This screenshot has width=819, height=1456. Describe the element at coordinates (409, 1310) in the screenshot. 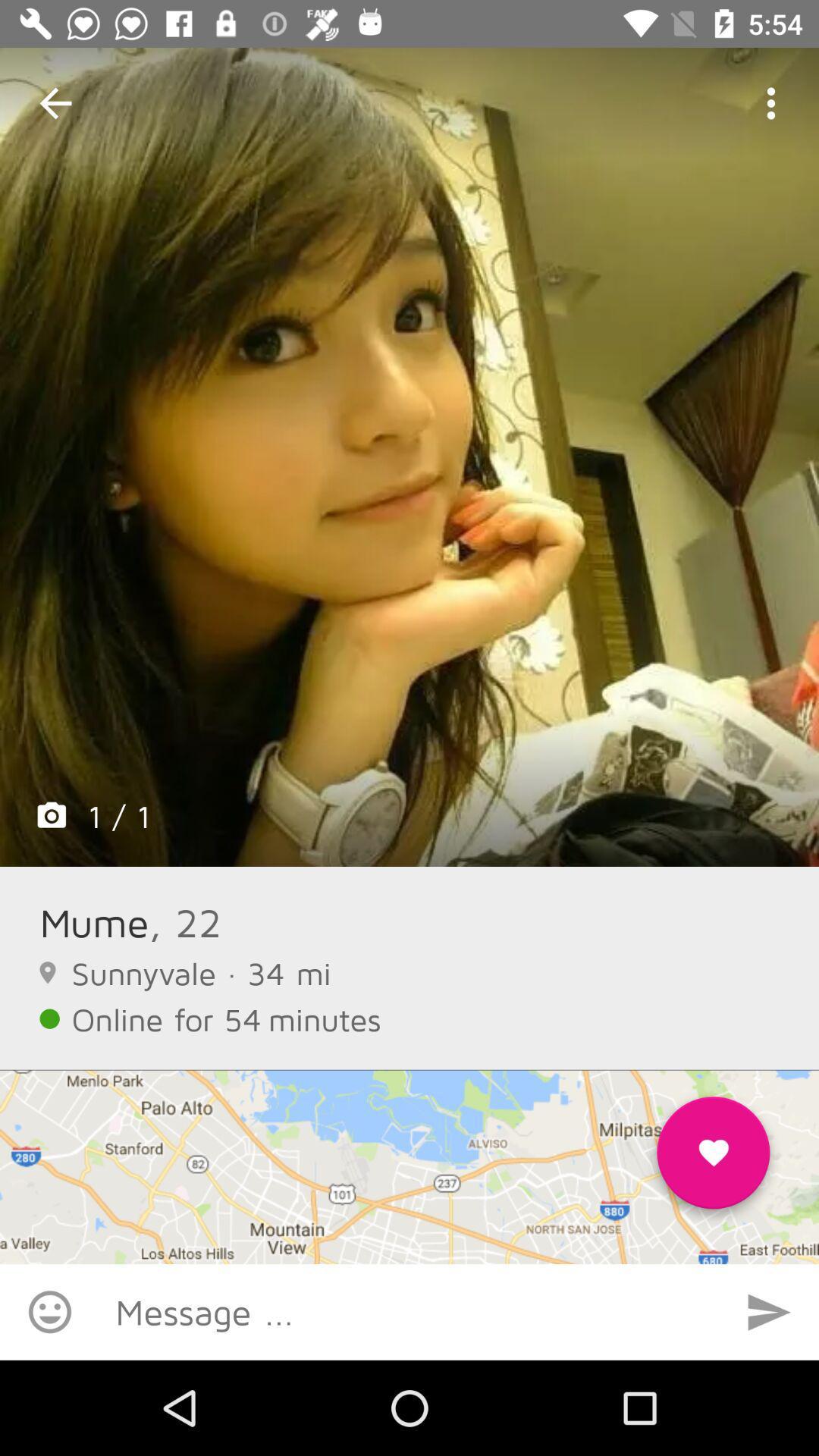

I see `message` at that location.